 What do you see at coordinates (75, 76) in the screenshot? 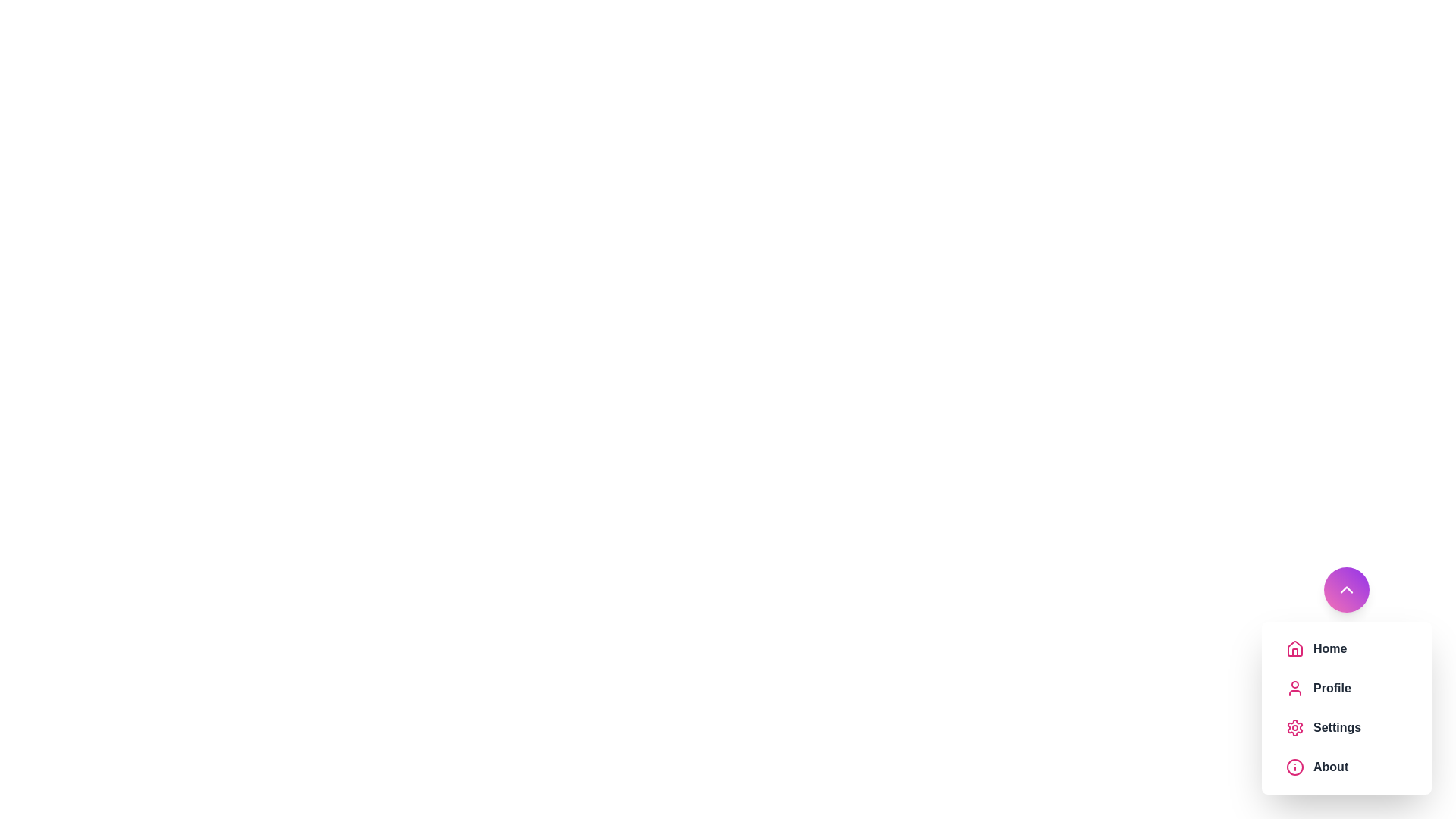
I see `the background area to inspect the menu's appearance` at bounding box center [75, 76].